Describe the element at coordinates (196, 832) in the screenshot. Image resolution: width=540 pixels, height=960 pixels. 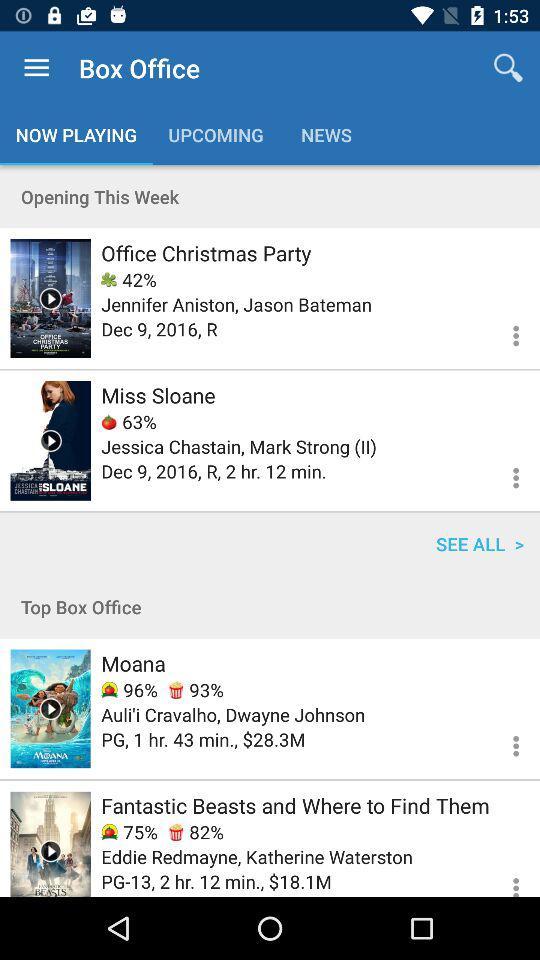
I see `82%` at that location.